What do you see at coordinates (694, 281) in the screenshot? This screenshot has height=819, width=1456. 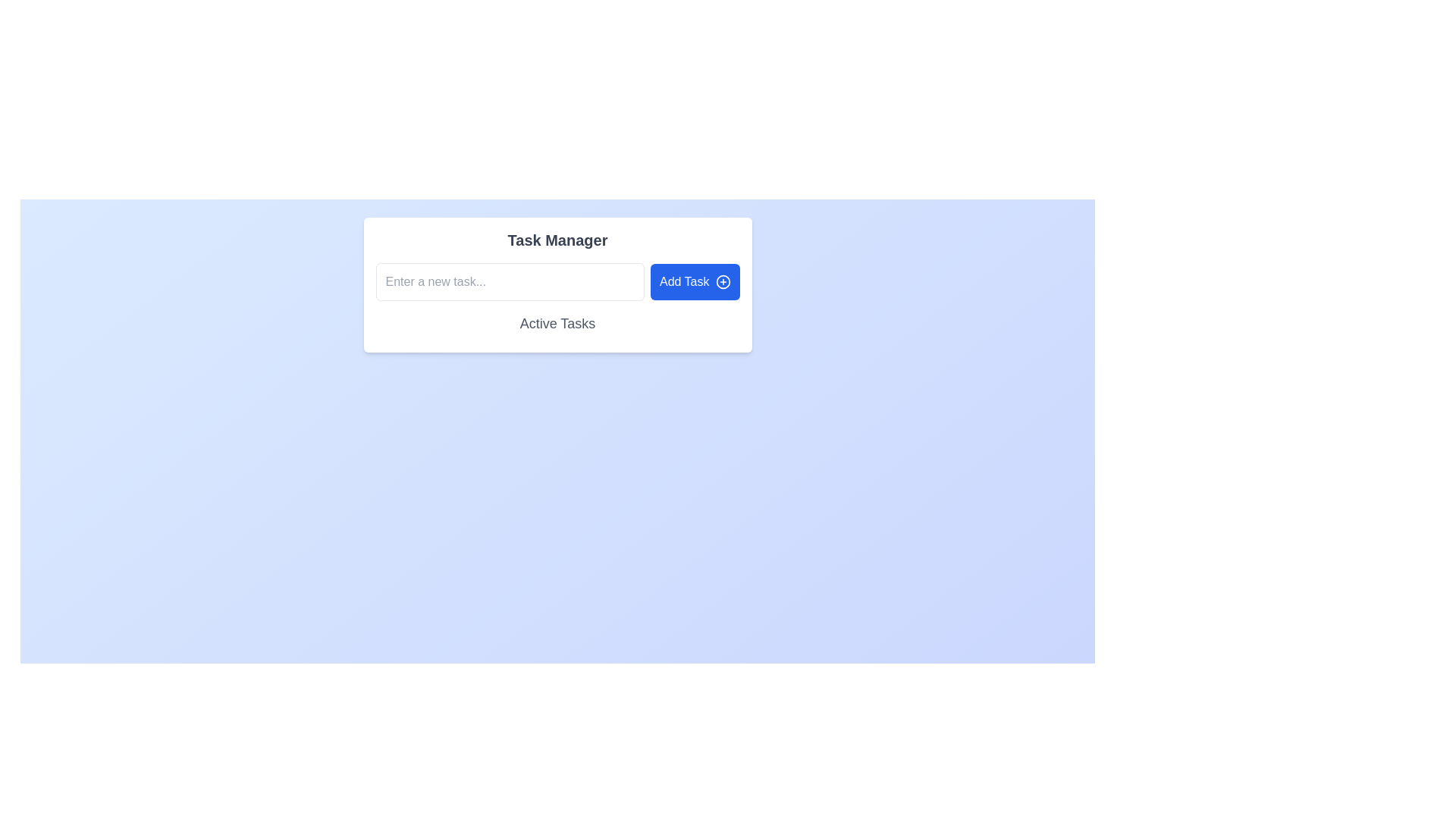 I see `the 'Add Task' button, which is a blue button with rounded corners and white text, prominently styled within the 'Task Manager' interface` at bounding box center [694, 281].